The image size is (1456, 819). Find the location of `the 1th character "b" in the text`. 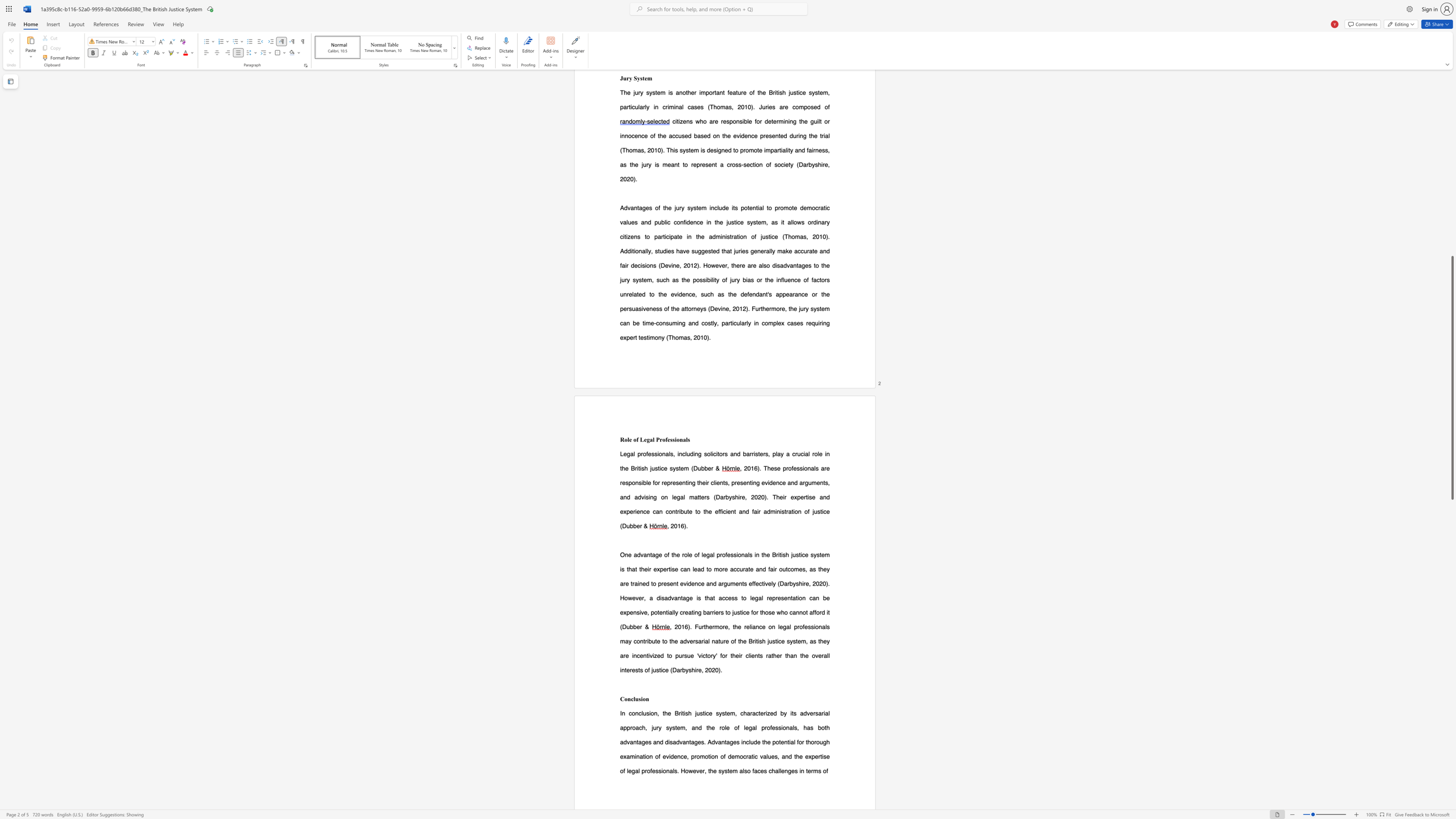

the 1th character "b" in the text is located at coordinates (702, 468).